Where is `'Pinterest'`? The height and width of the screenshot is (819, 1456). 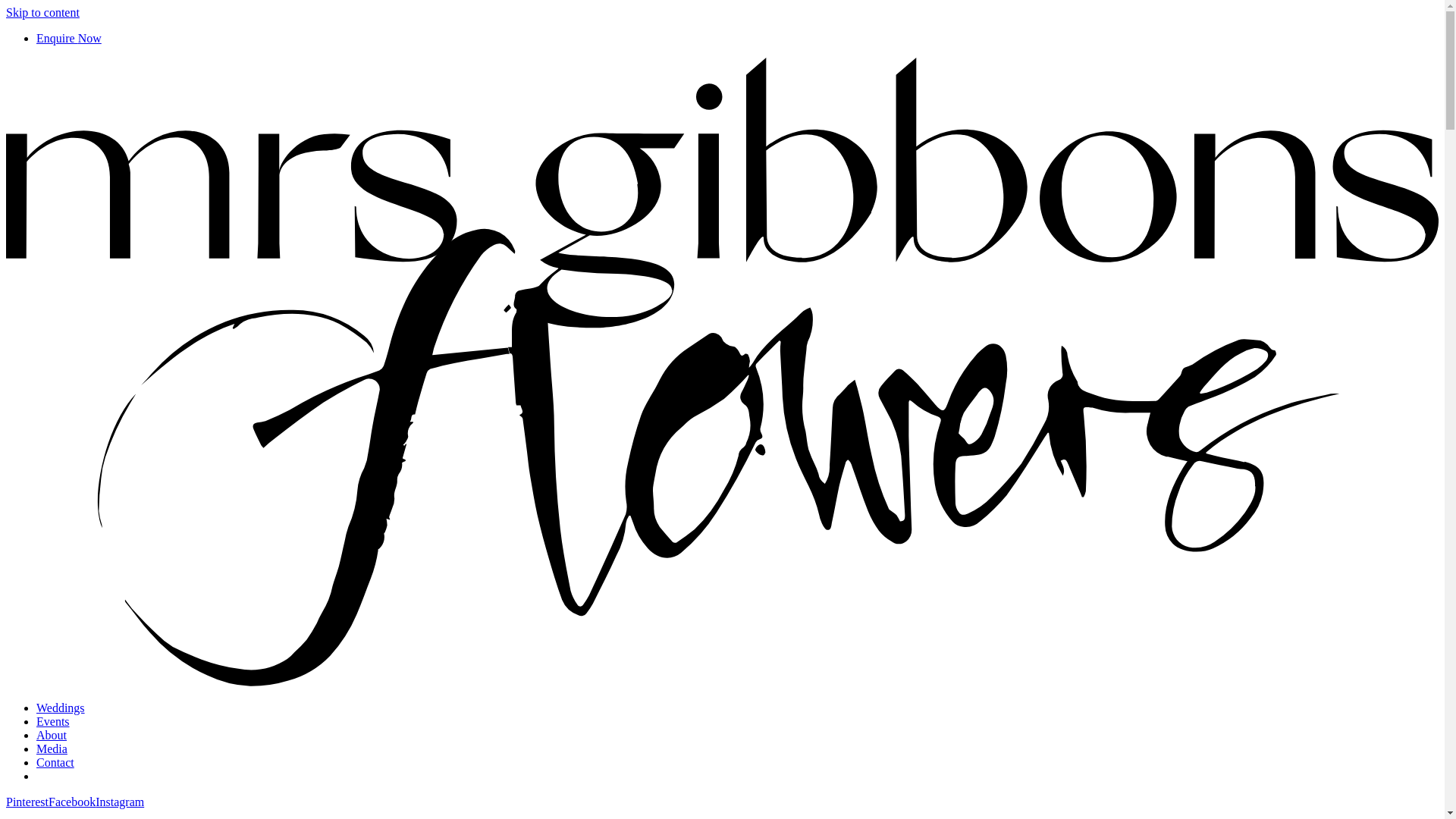
'Pinterest' is located at coordinates (27, 801).